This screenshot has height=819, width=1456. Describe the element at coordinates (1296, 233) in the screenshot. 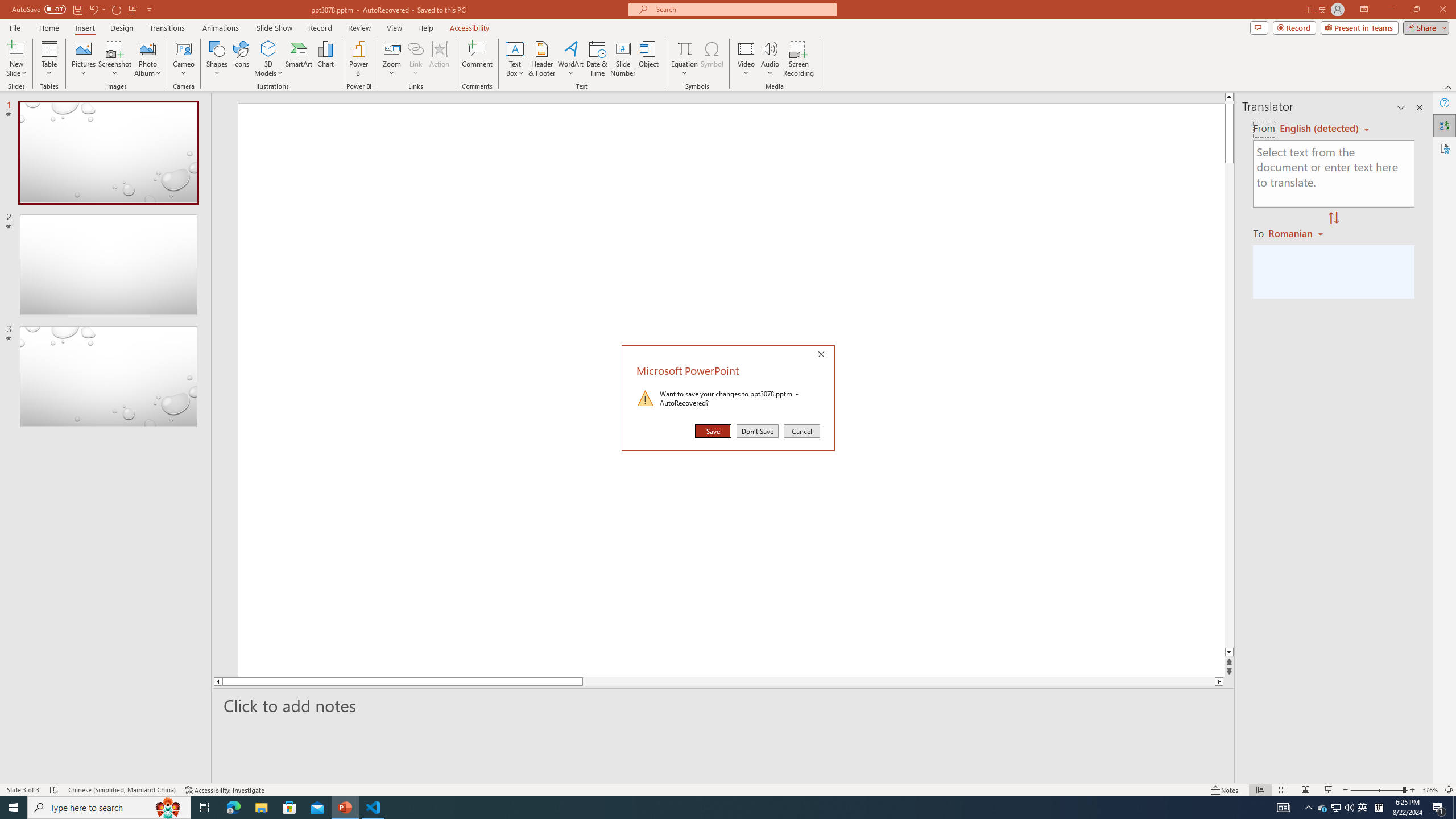

I see `'Romanian'` at that location.